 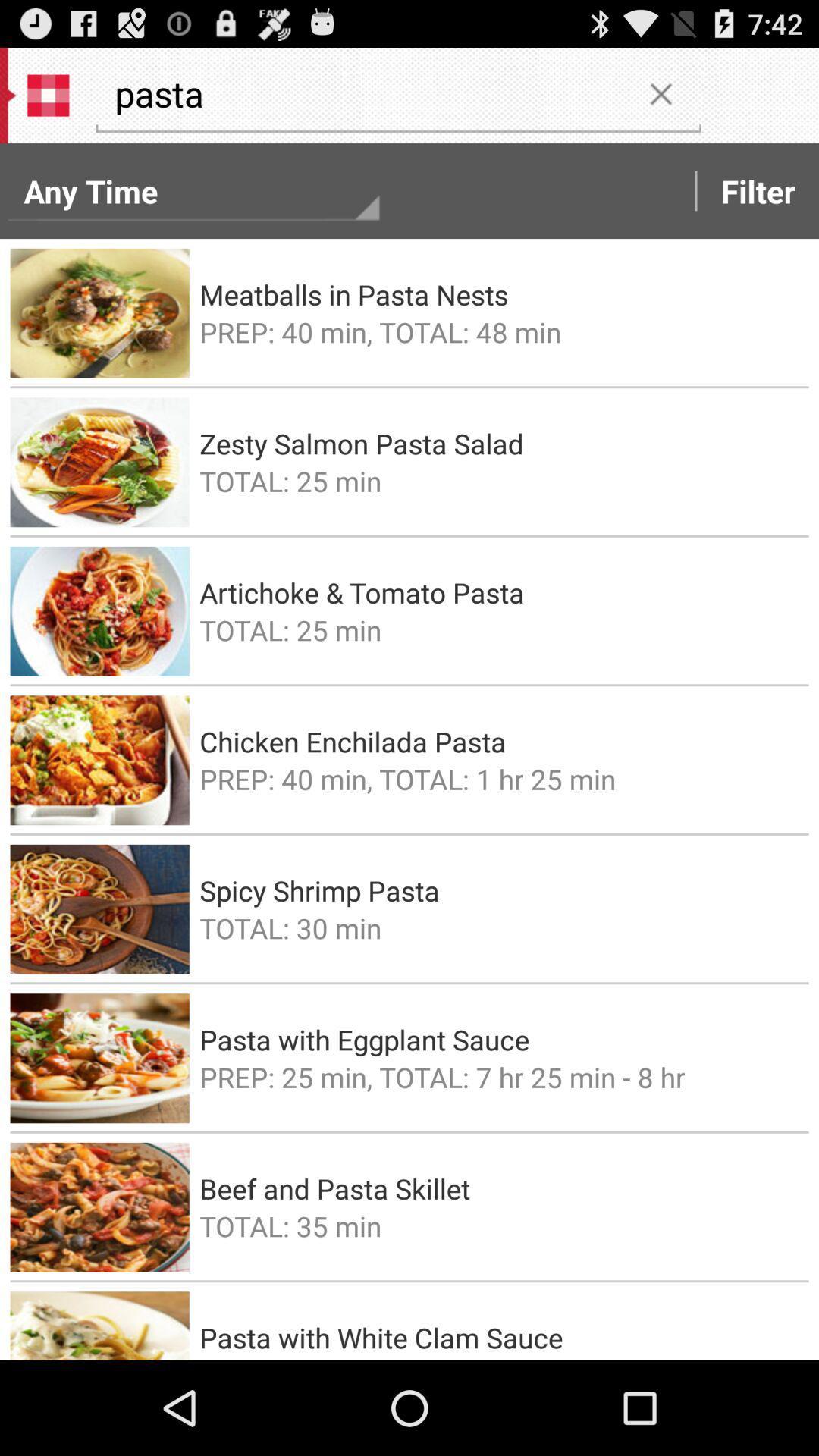 What do you see at coordinates (499, 591) in the screenshot?
I see `artichoke & tomato pasta app` at bounding box center [499, 591].